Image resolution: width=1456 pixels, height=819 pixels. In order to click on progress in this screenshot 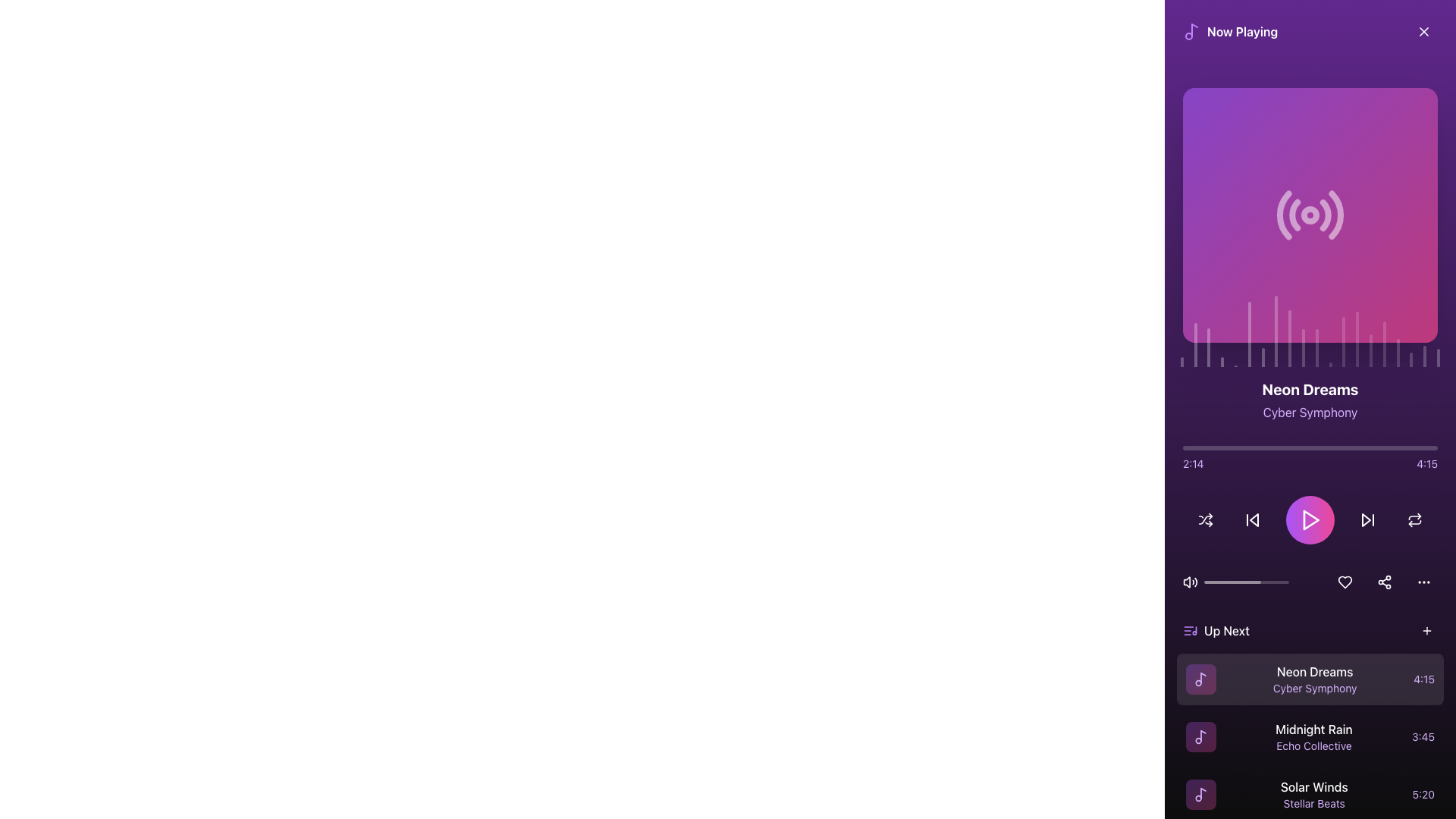, I will do `click(1316, 447)`.